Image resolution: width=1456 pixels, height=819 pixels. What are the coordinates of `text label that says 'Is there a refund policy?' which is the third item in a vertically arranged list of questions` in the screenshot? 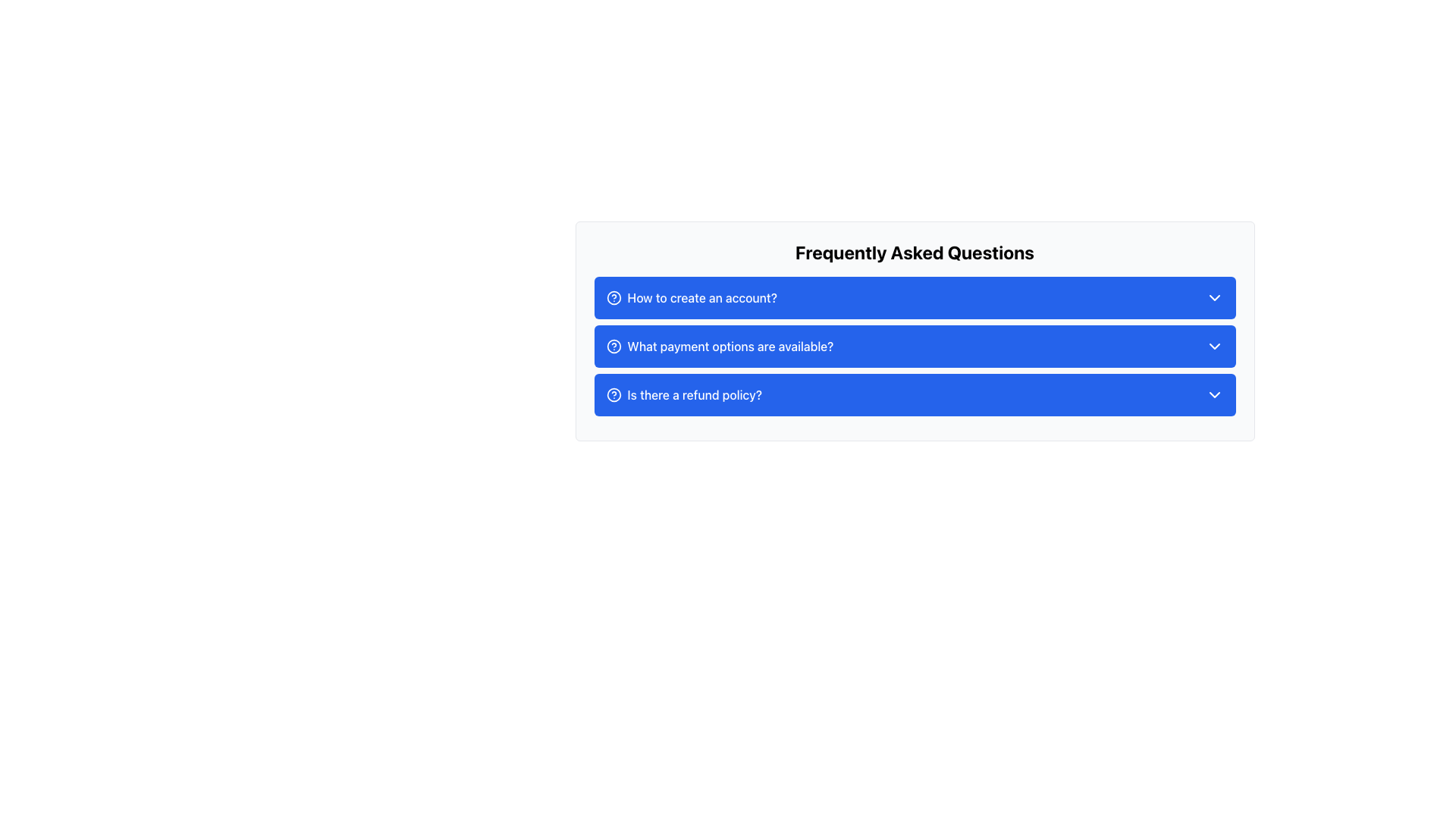 It's located at (694, 394).